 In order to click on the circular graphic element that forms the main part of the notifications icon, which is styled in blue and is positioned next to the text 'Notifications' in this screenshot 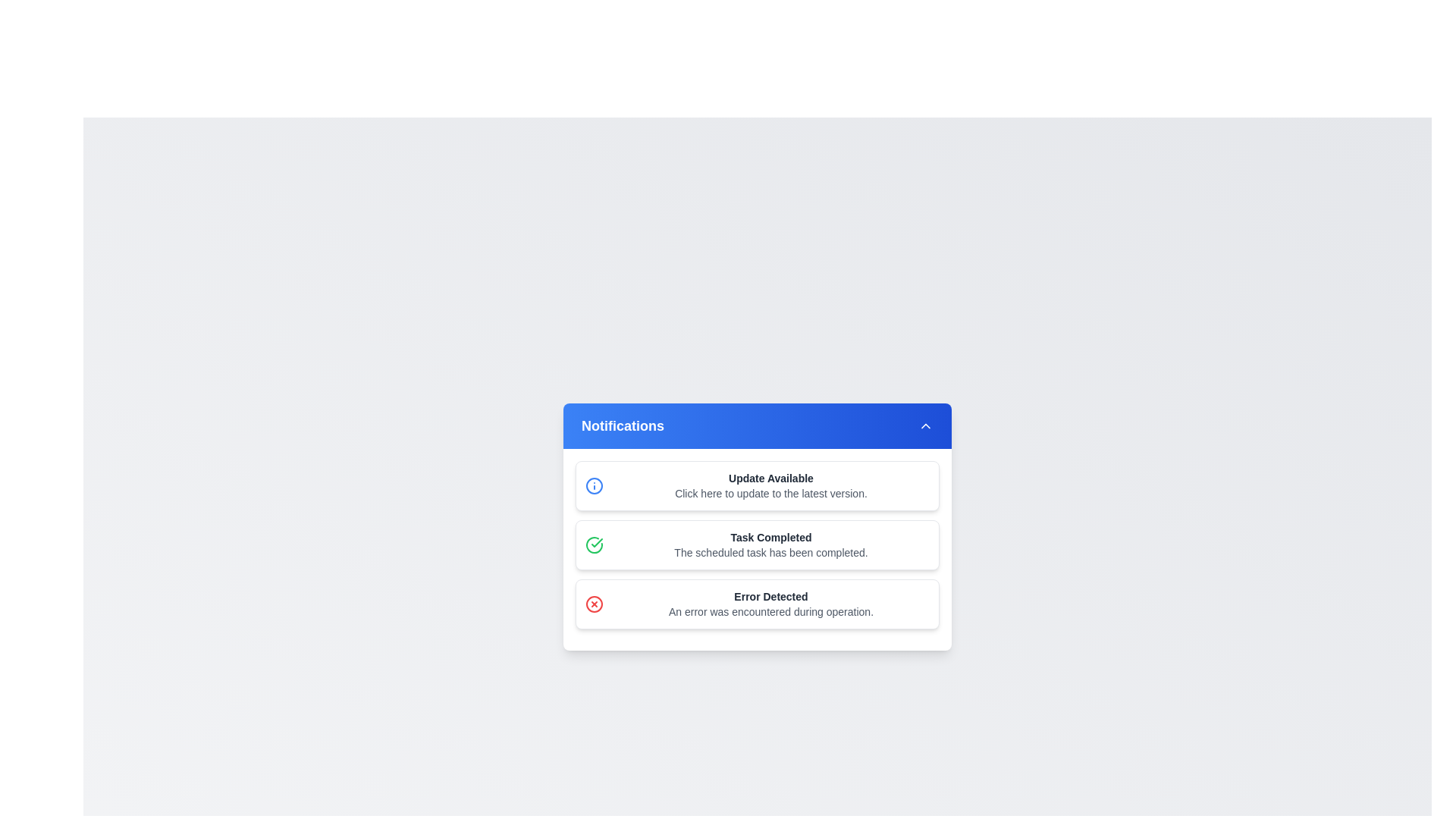, I will do `click(593, 485)`.